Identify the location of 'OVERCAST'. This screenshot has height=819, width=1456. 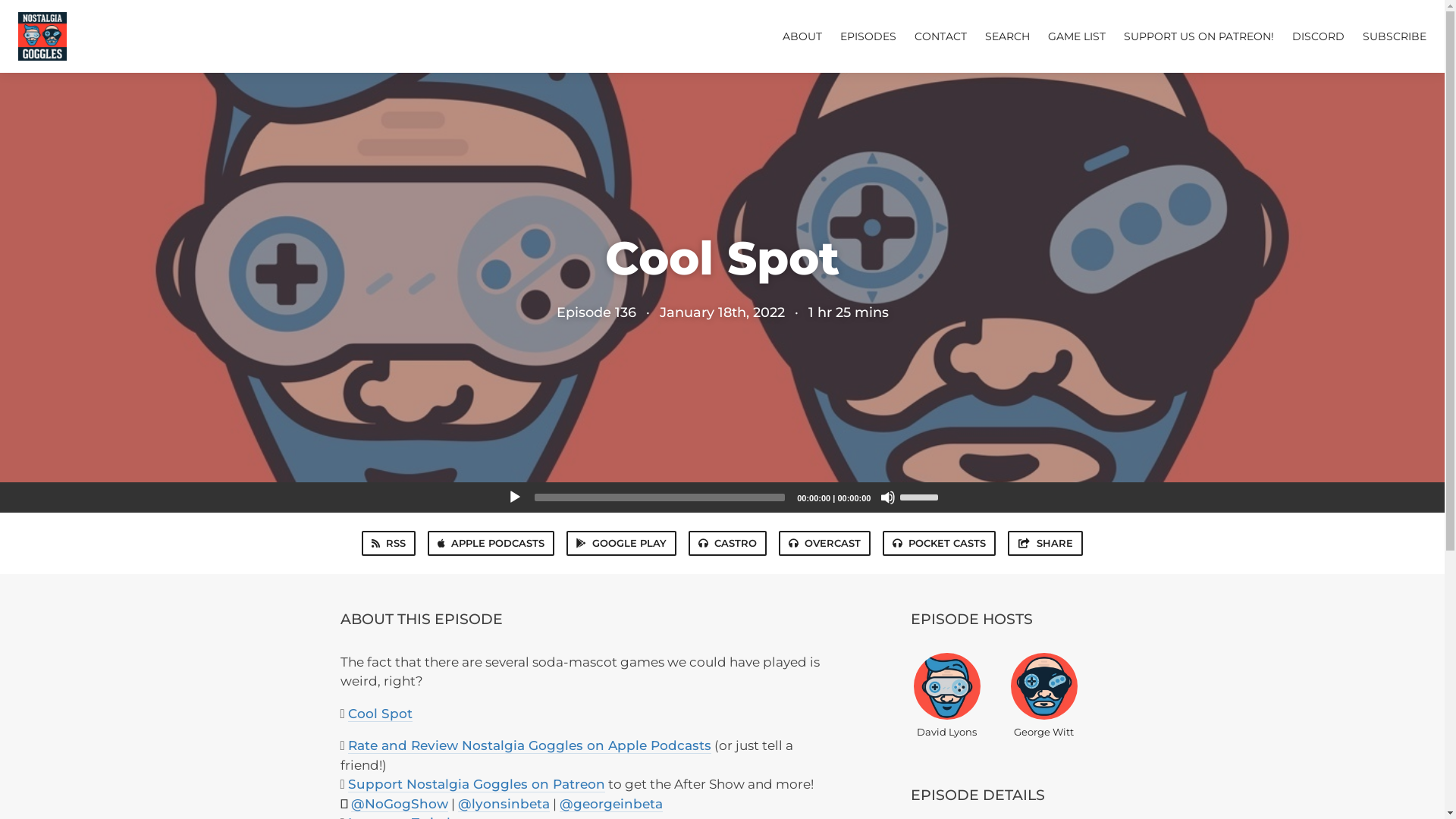
(824, 542).